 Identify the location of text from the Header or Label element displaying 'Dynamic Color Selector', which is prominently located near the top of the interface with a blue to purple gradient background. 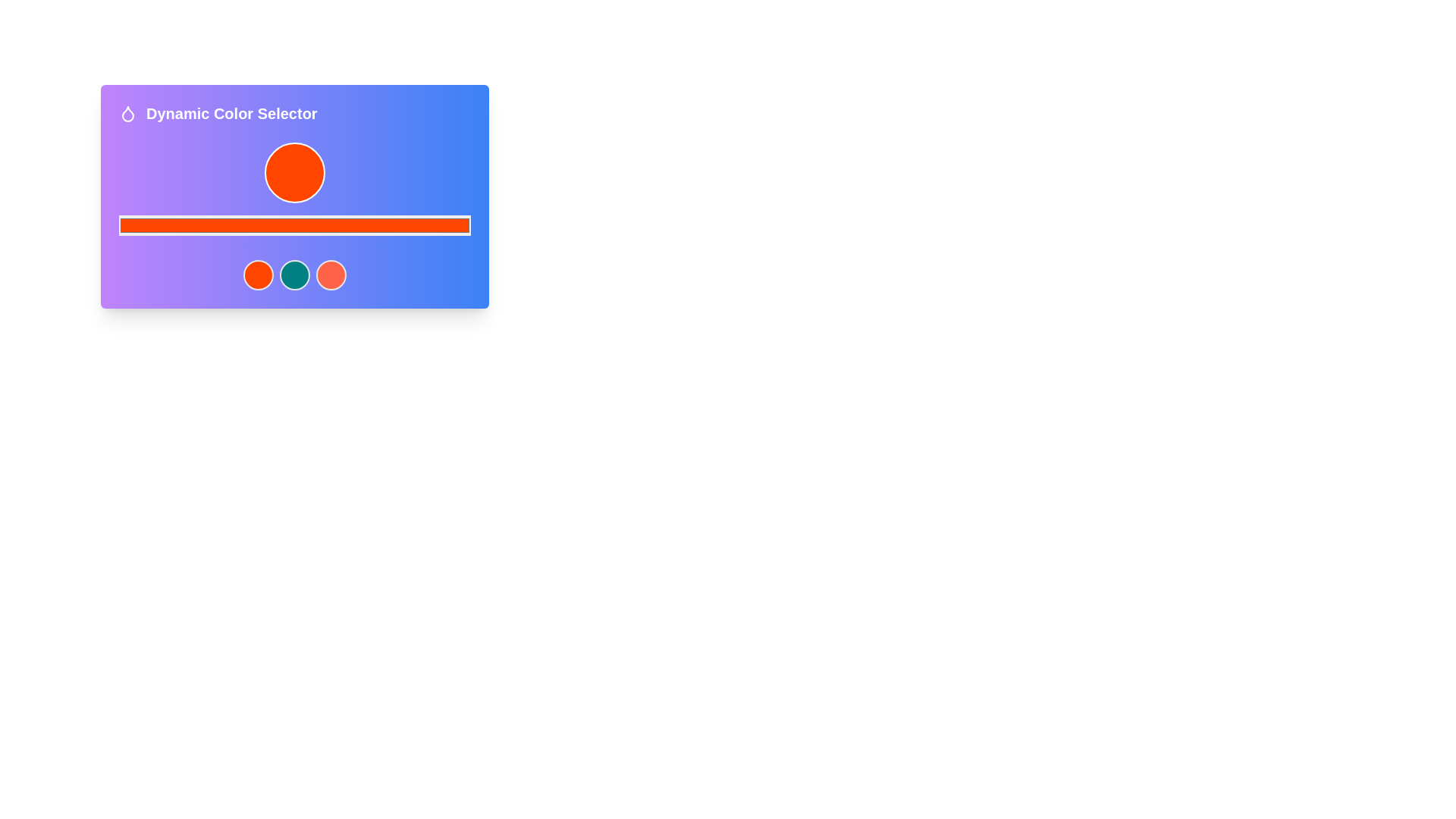
(231, 113).